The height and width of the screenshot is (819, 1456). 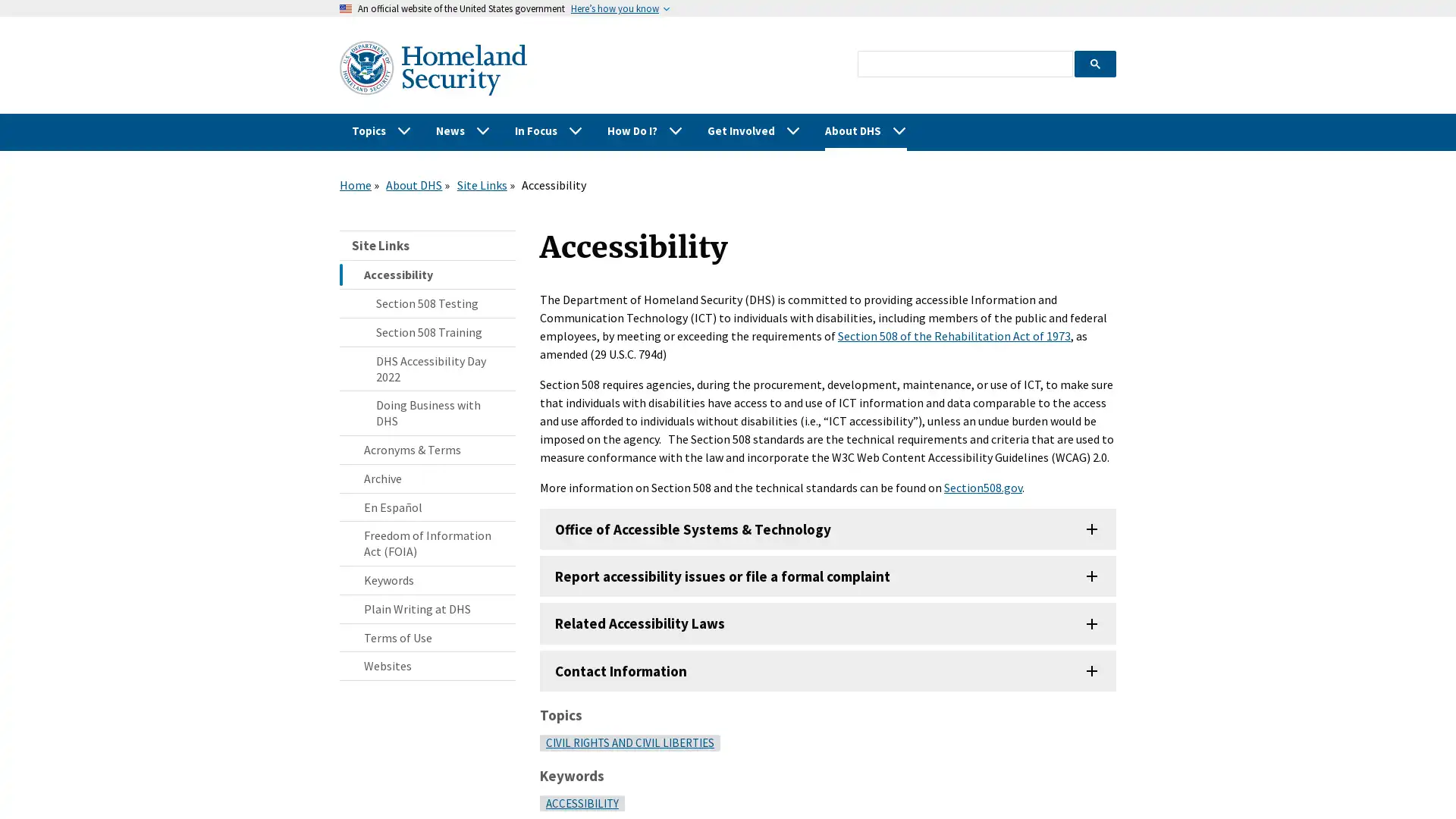 I want to click on Report accessibility issues or file a formal complaint, so click(x=827, y=576).